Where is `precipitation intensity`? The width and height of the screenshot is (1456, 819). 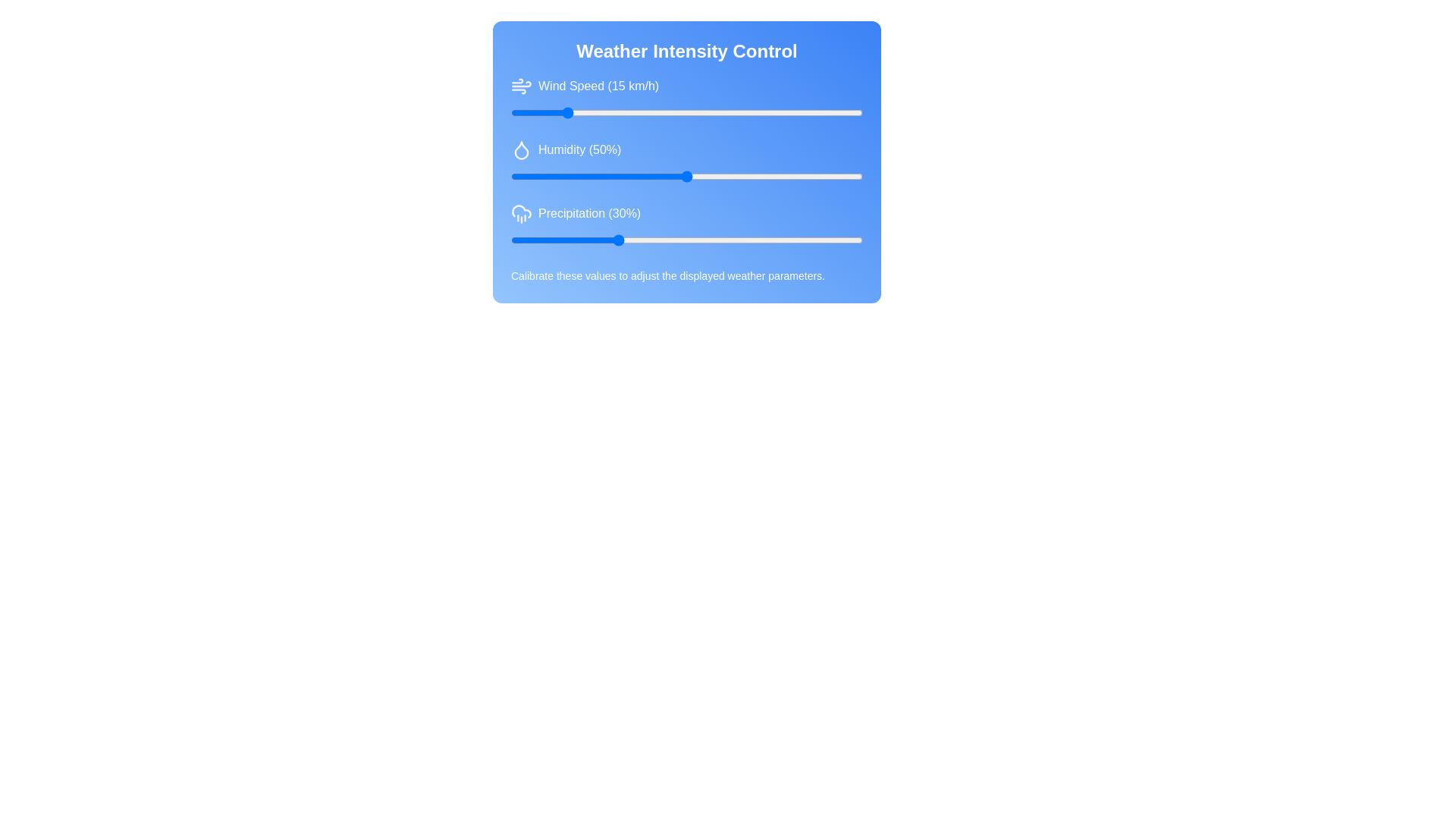
precipitation intensity is located at coordinates (634, 239).